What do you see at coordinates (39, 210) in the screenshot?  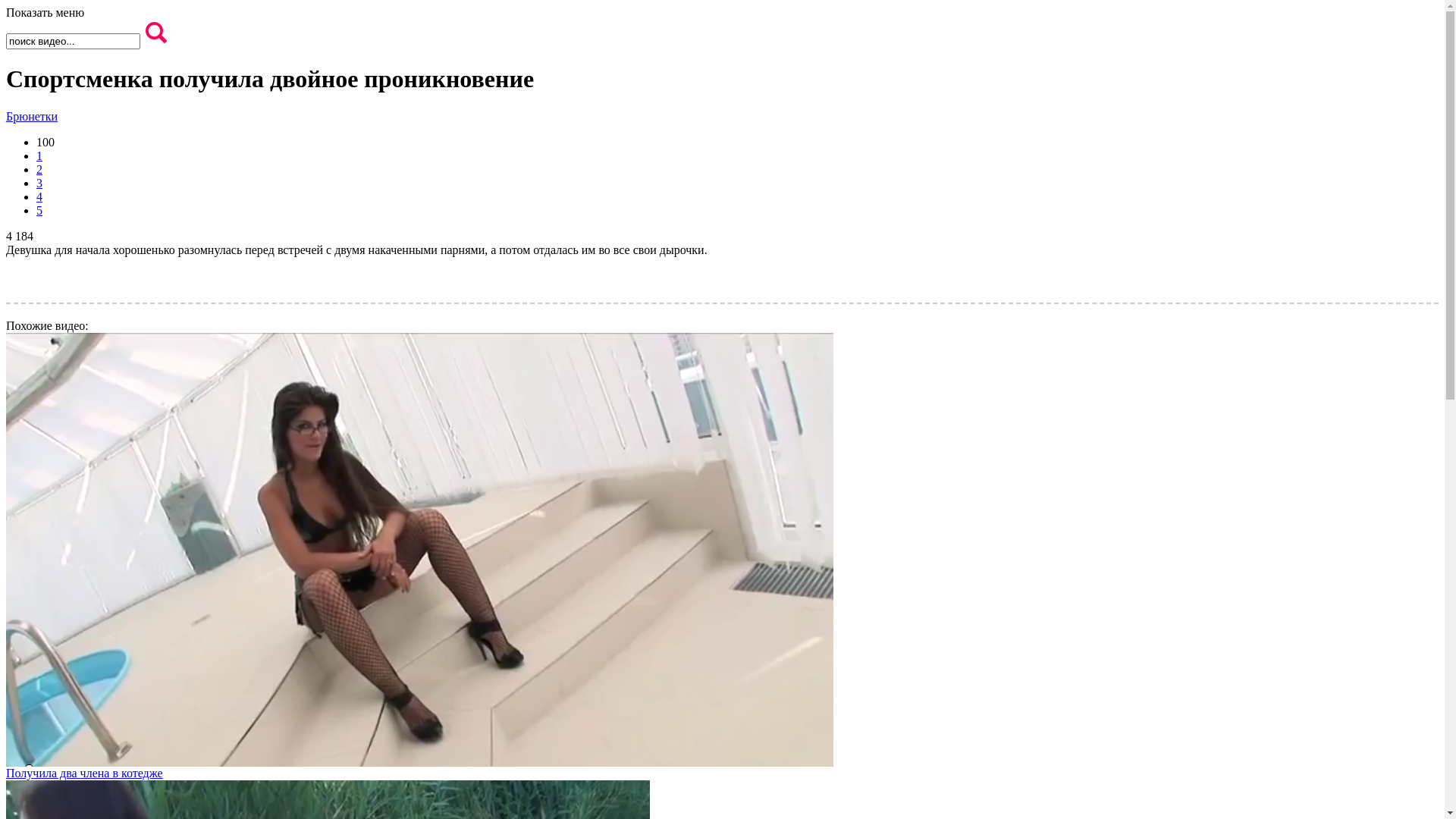 I see `'5'` at bounding box center [39, 210].